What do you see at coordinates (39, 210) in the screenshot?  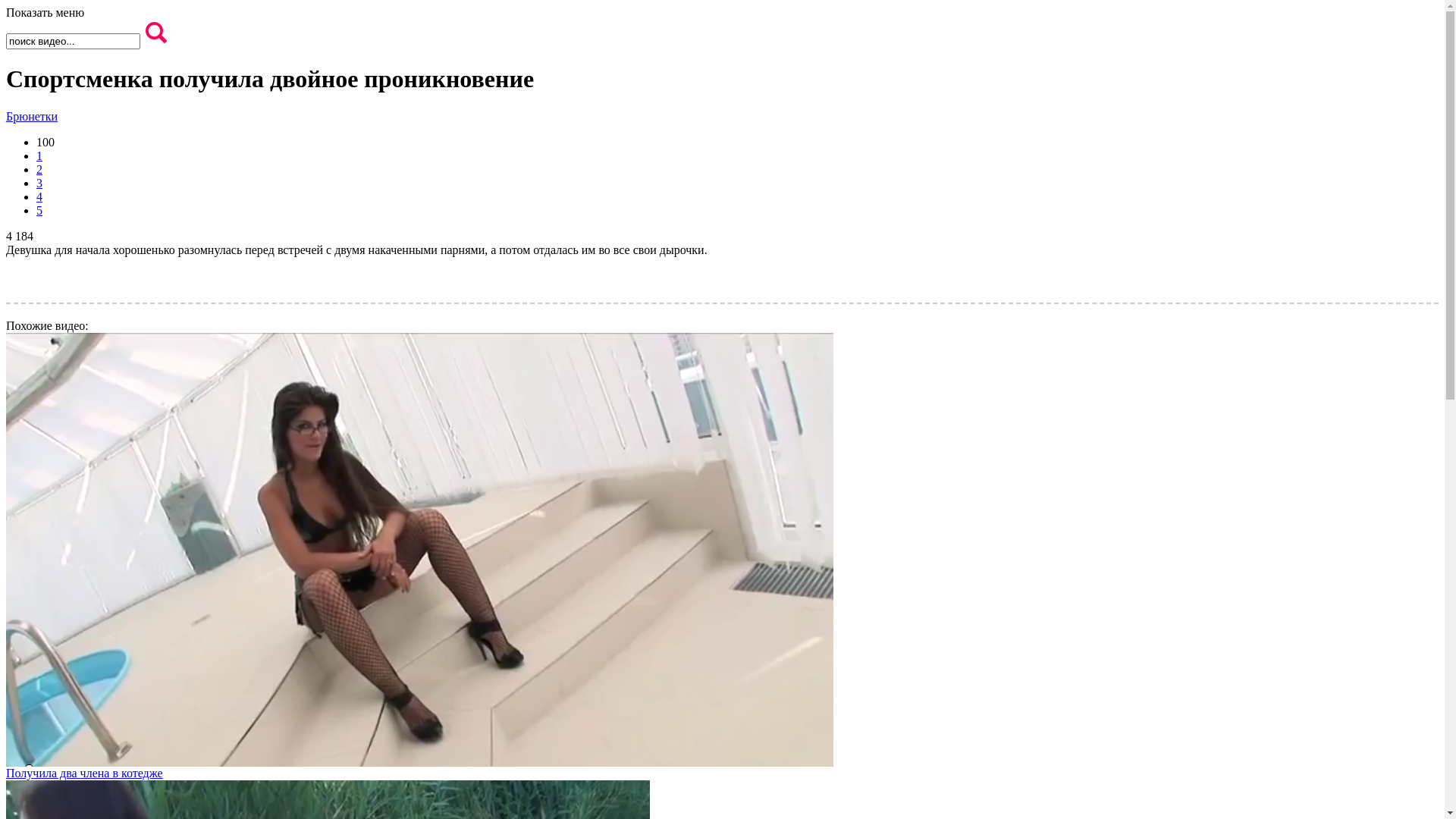 I see `'5'` at bounding box center [39, 210].